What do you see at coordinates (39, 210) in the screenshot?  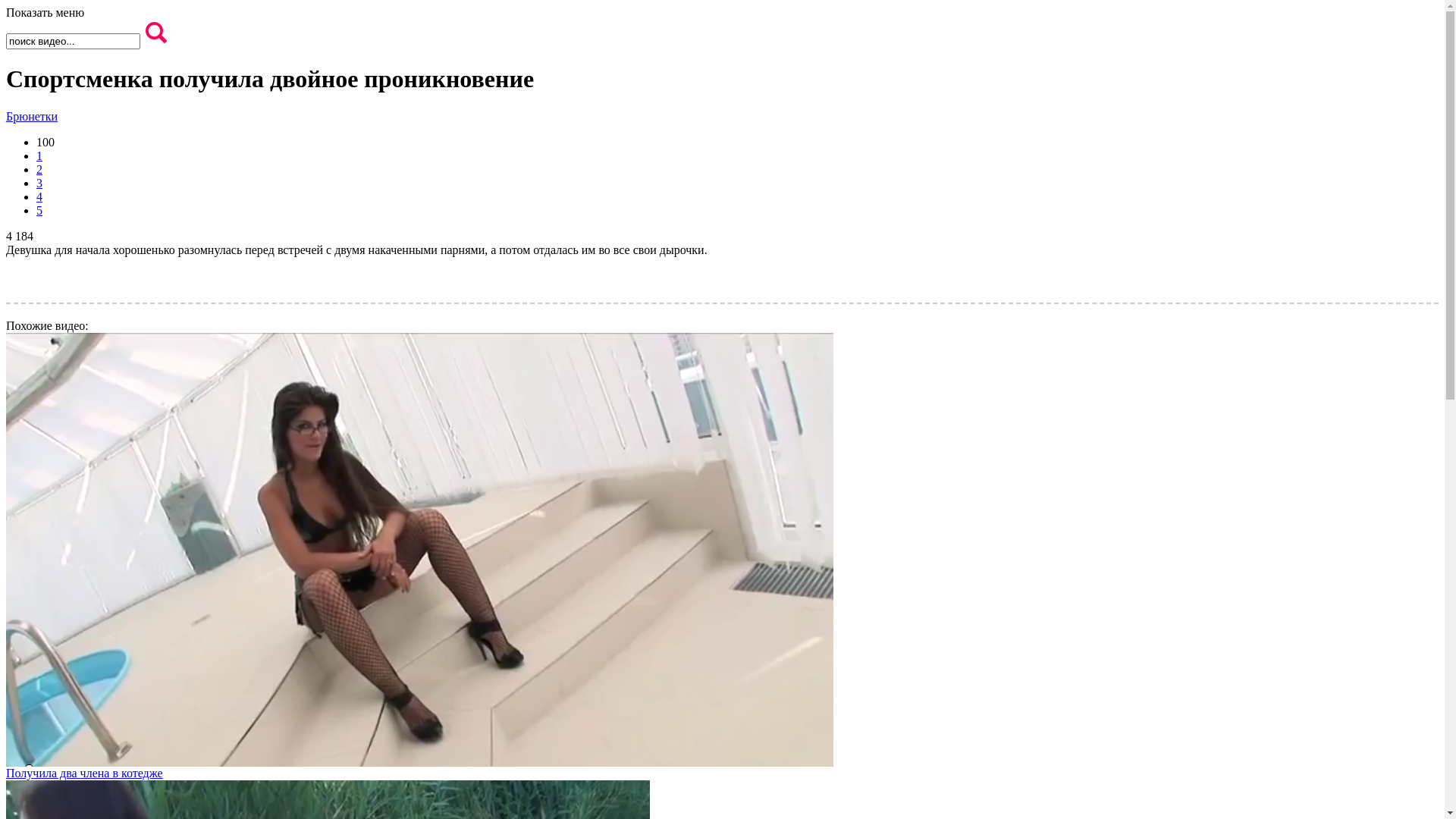 I see `'5'` at bounding box center [39, 210].